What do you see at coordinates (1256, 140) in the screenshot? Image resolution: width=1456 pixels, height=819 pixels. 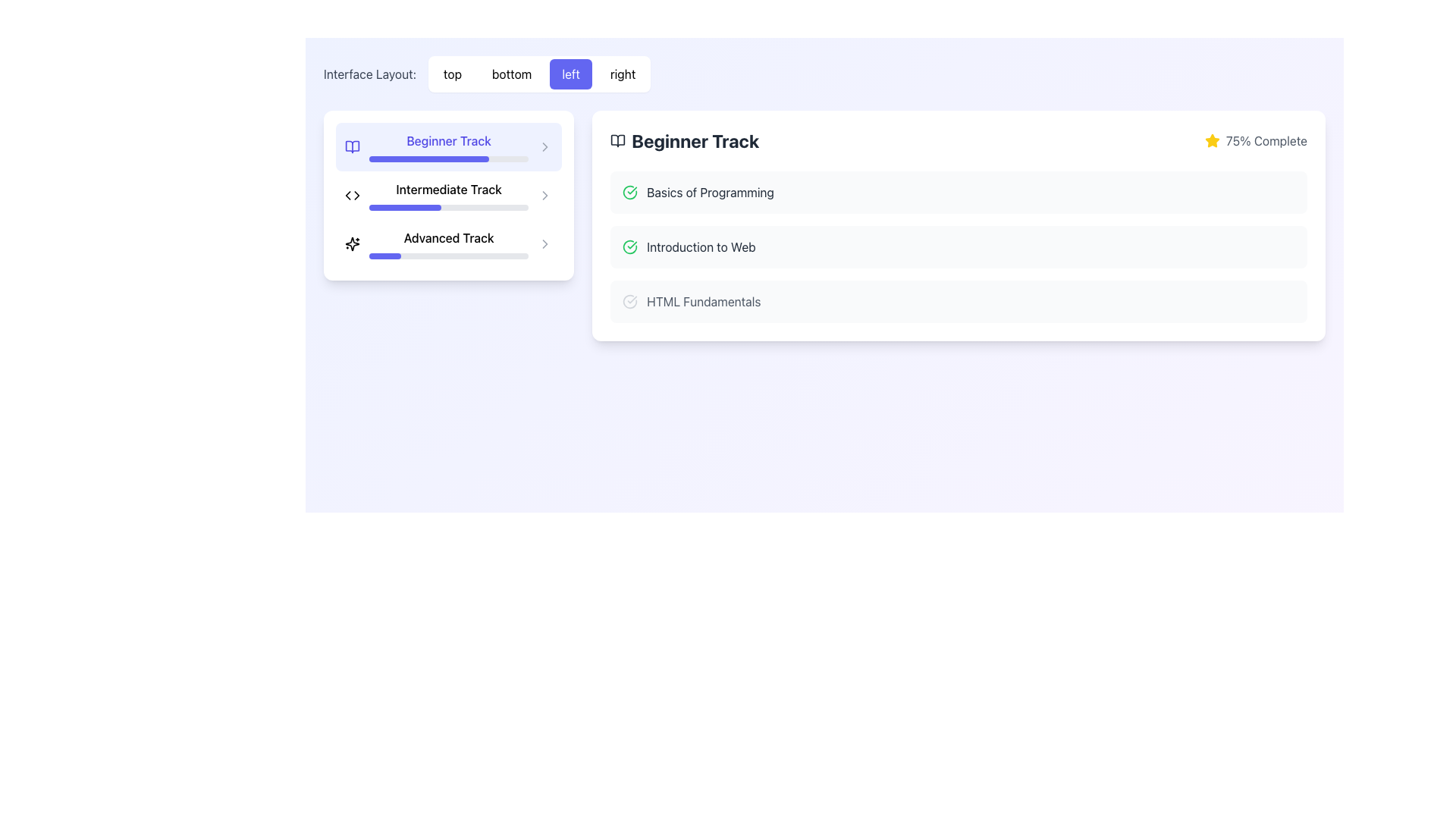 I see `text displayed in the Progress Indicator located in the top-right corner of the 'Beginner Track' section, which indicates that 75% of the objectives have been completed` at bounding box center [1256, 140].